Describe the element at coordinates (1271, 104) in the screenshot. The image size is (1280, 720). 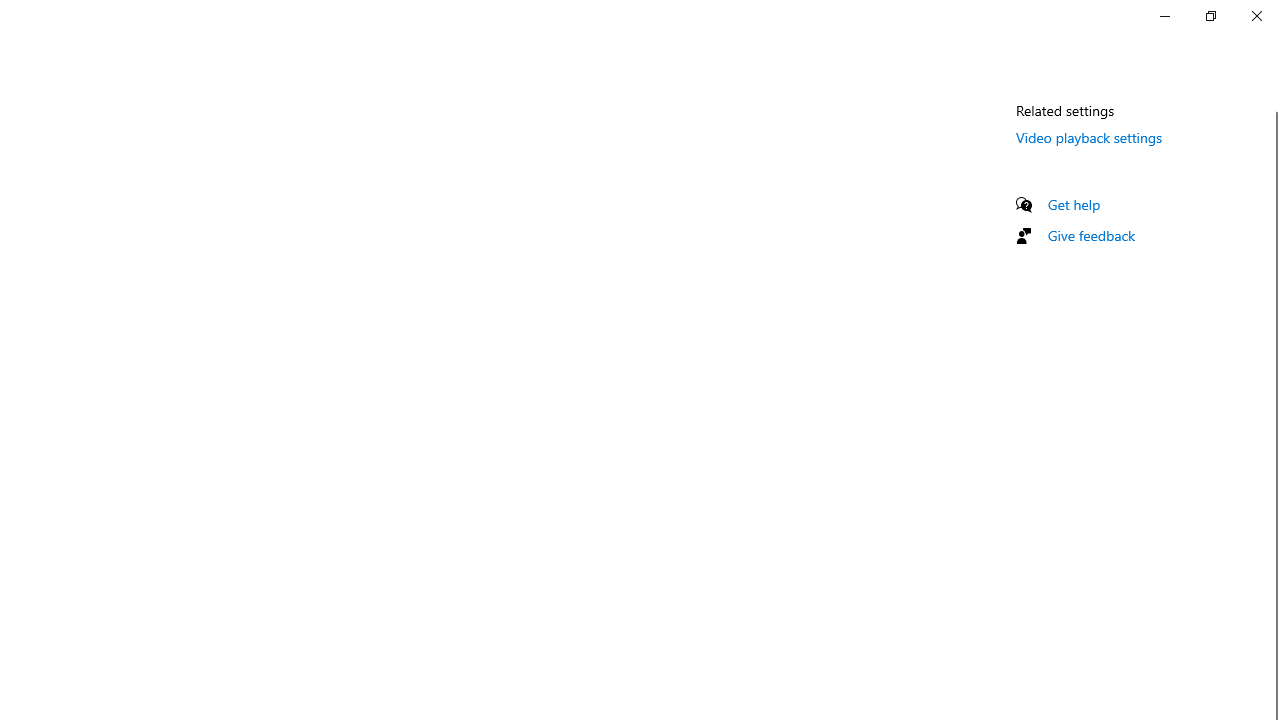
I see `'Vertical Small Decrease'` at that location.